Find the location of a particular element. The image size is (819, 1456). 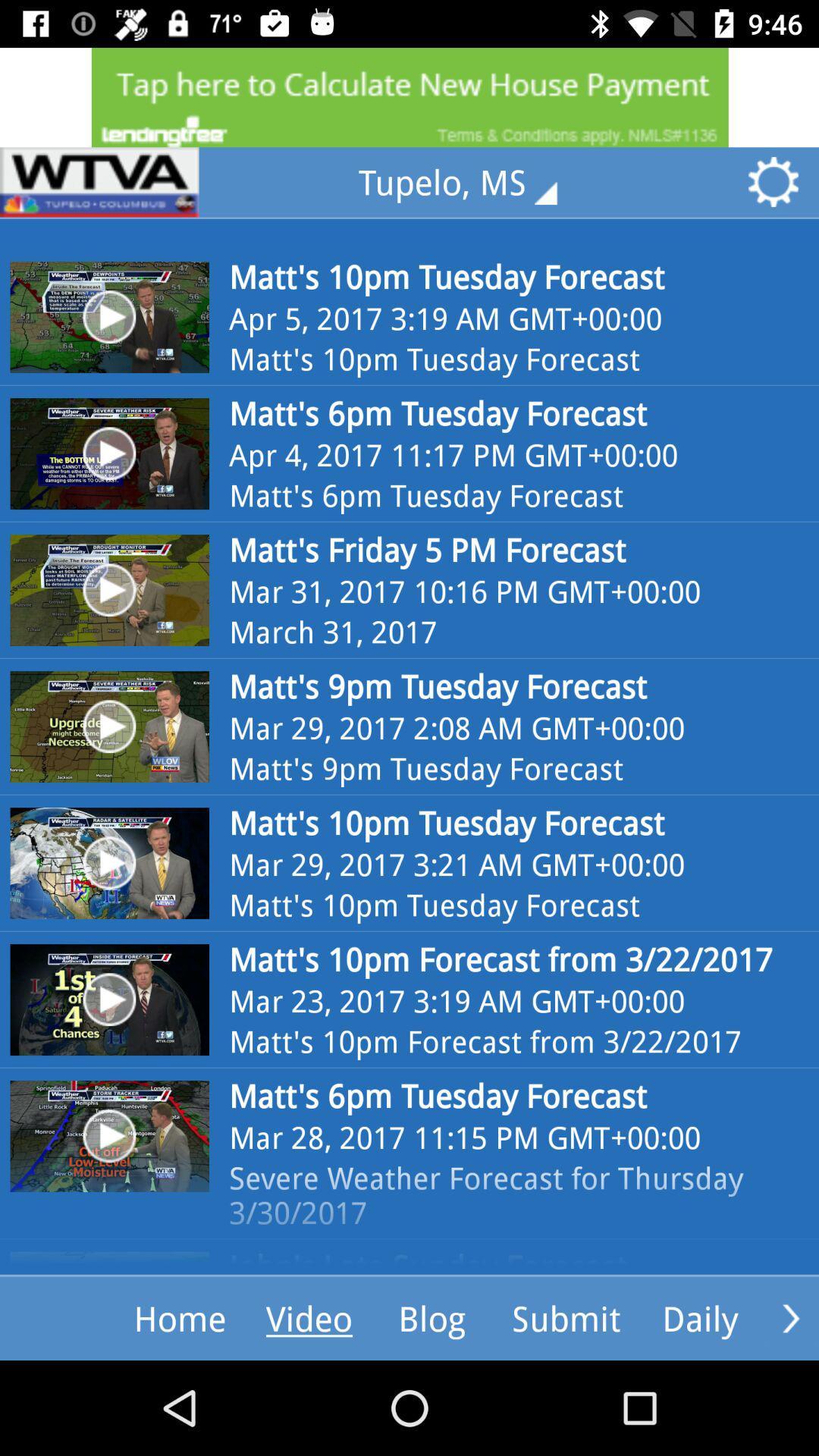

click on advertisement is located at coordinates (409, 96).